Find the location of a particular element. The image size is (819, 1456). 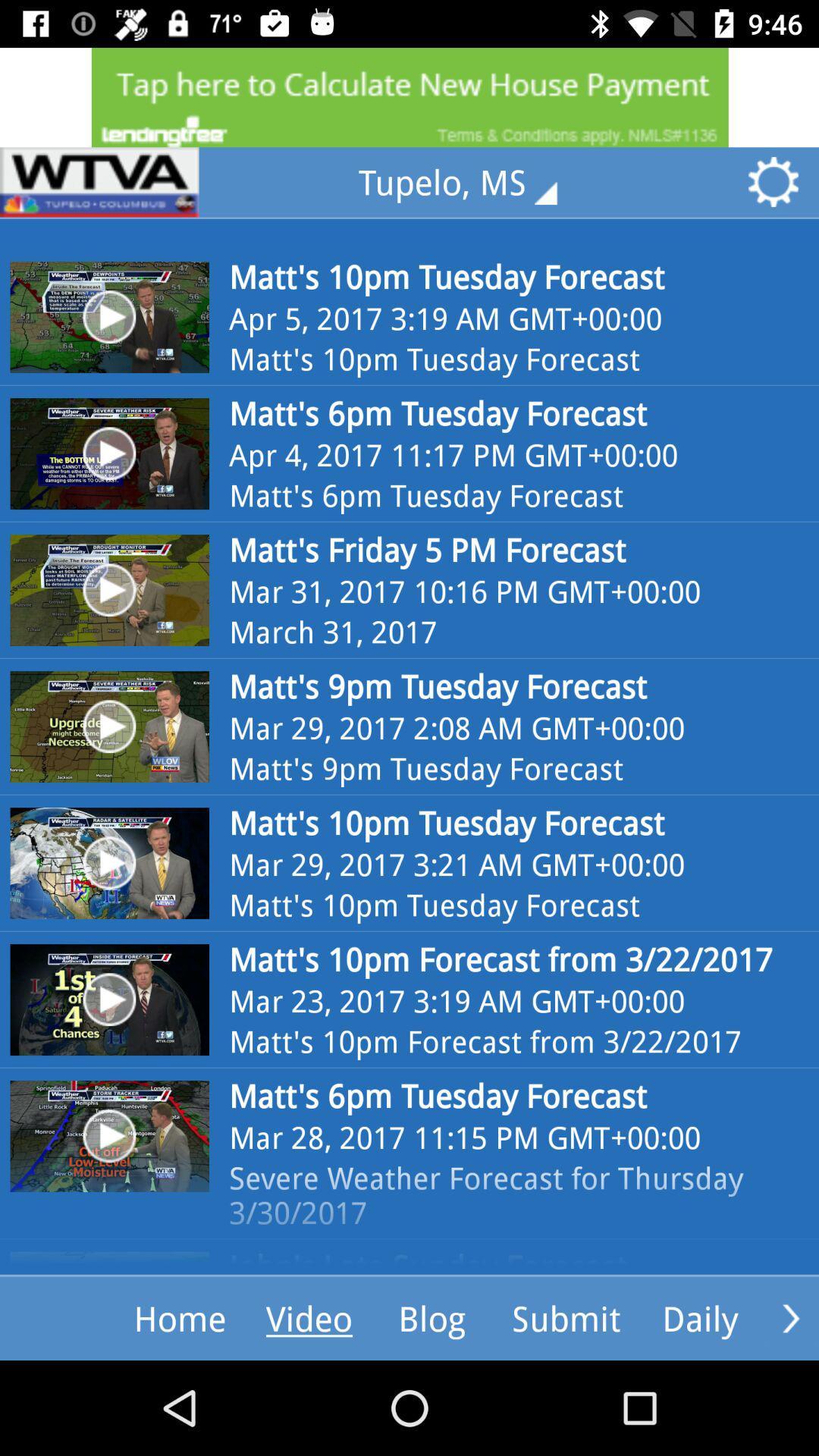

click on advertisement is located at coordinates (409, 96).